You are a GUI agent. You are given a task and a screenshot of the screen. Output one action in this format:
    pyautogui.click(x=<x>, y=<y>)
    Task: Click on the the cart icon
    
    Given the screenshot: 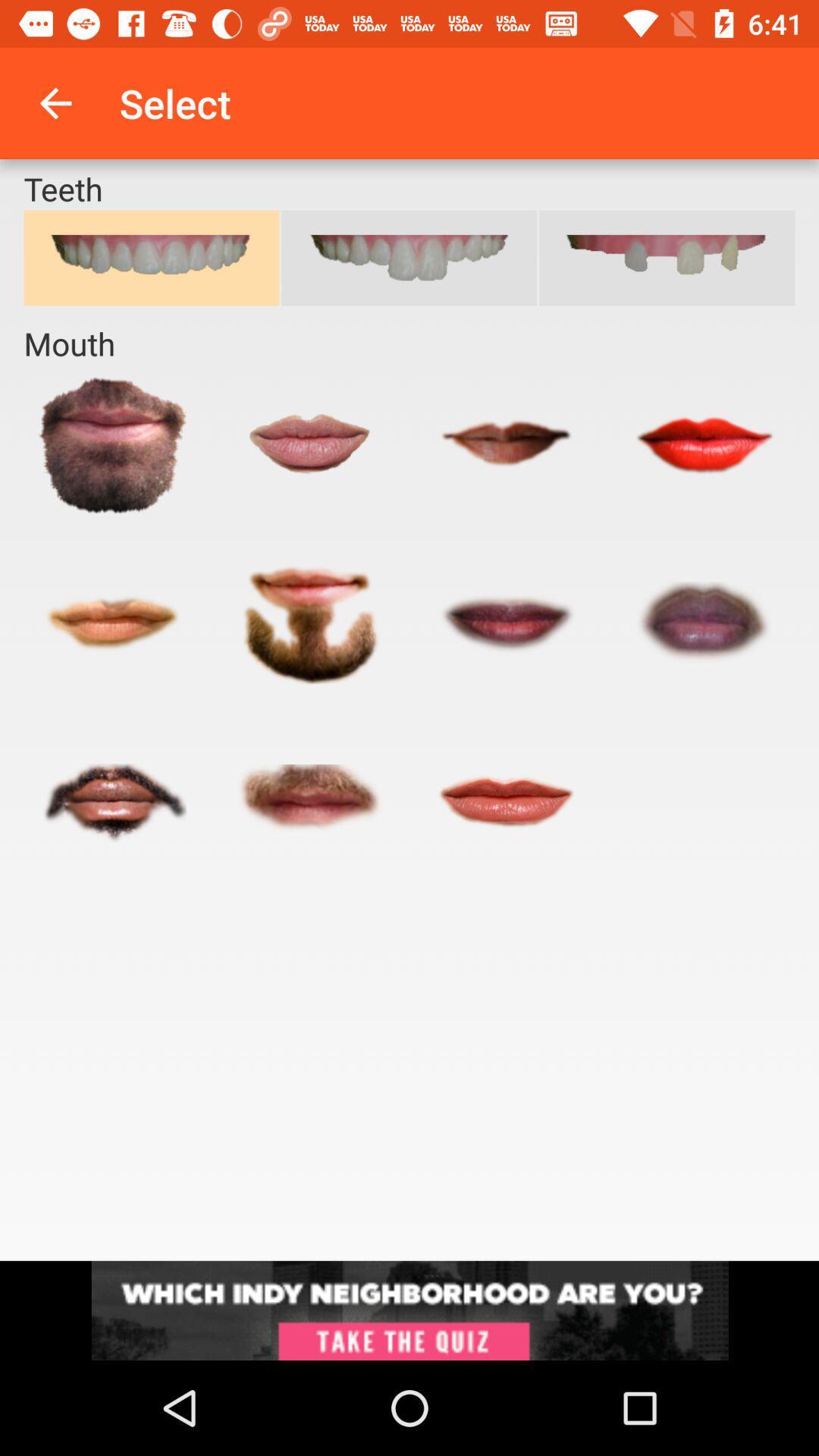 What is the action you would take?
    pyautogui.click(x=666, y=258)
    